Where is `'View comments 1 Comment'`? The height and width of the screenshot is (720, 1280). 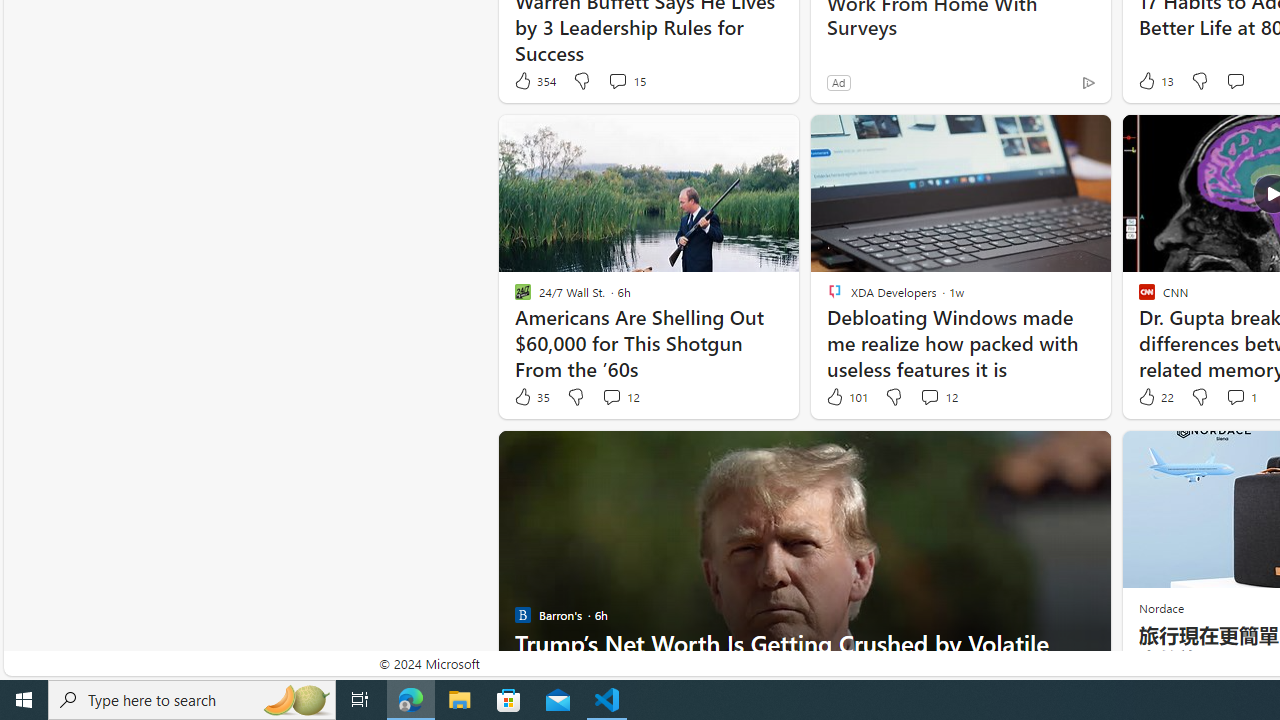
'View comments 1 Comment' is located at coordinates (1239, 397).